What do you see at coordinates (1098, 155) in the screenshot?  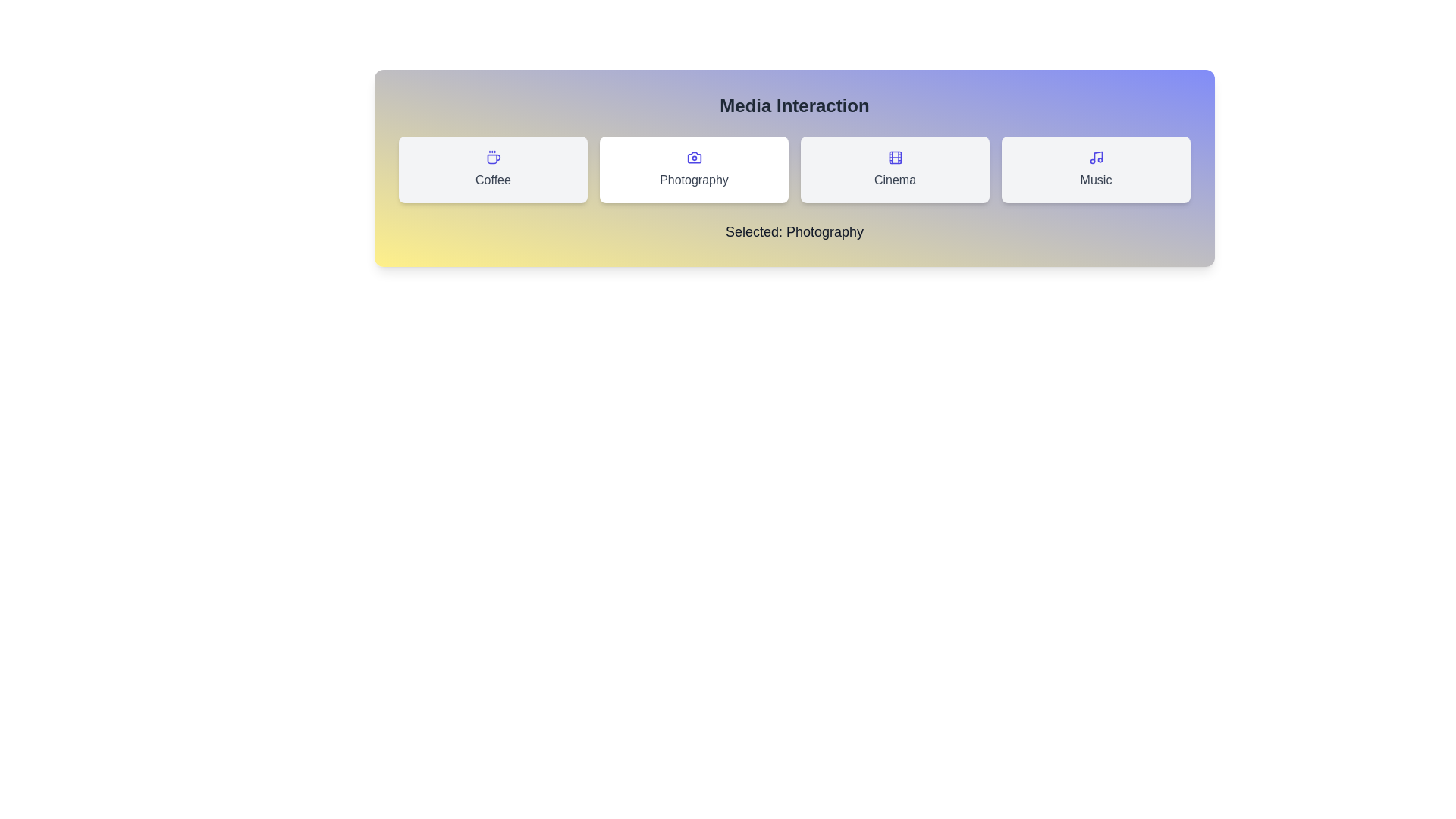 I see `the button containing the music-related SVG icon representing a musical note, located in the top-right section under the title 'Media Interaction'` at bounding box center [1098, 155].